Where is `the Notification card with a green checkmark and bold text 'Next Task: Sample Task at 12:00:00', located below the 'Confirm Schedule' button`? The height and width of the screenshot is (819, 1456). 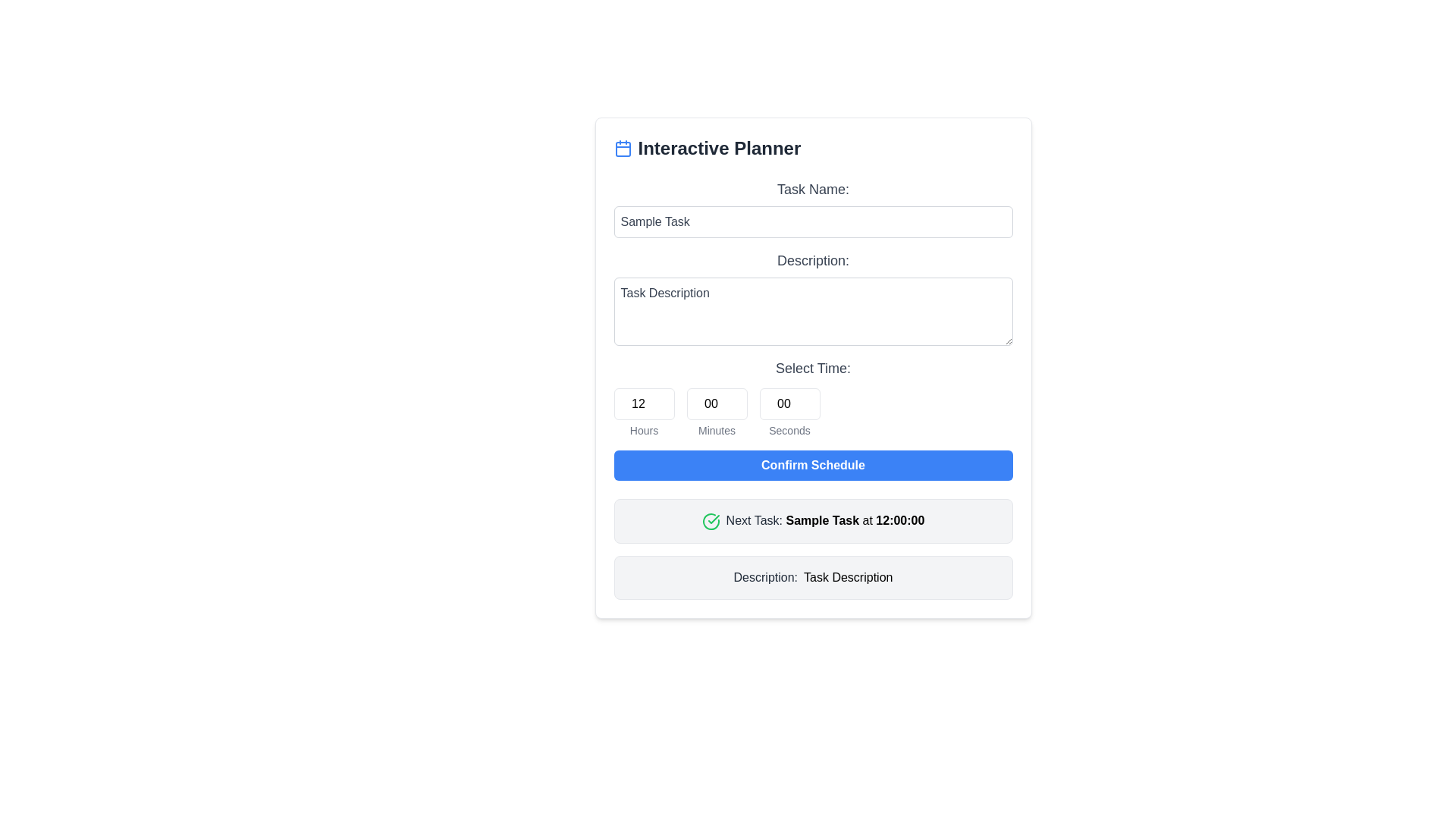 the Notification card with a green checkmark and bold text 'Next Task: Sample Task at 12:00:00', located below the 'Confirm Schedule' button is located at coordinates (812, 520).